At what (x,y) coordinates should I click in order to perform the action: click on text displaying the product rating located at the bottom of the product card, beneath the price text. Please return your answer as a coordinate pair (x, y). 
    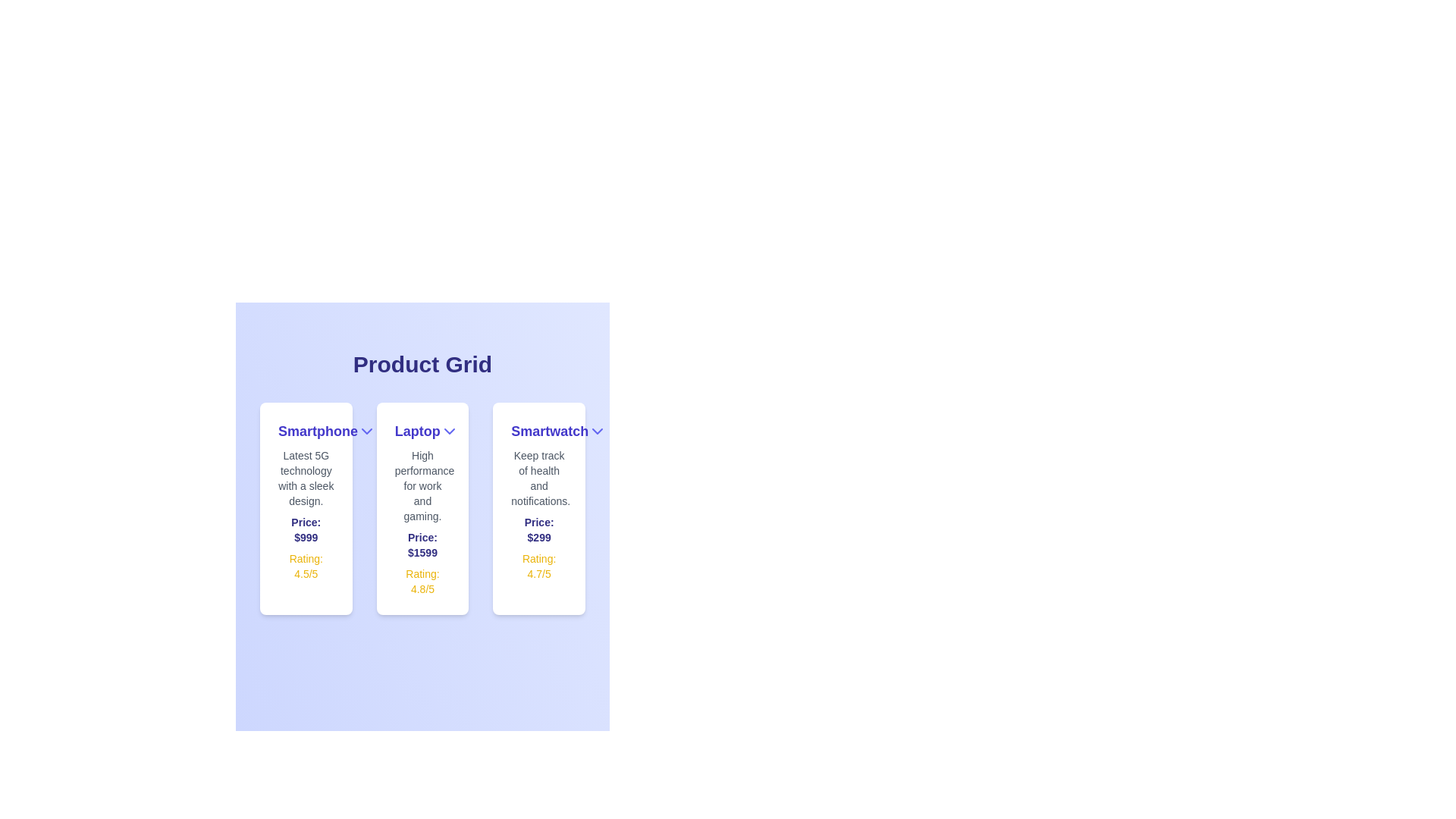
    Looking at the image, I should click on (305, 566).